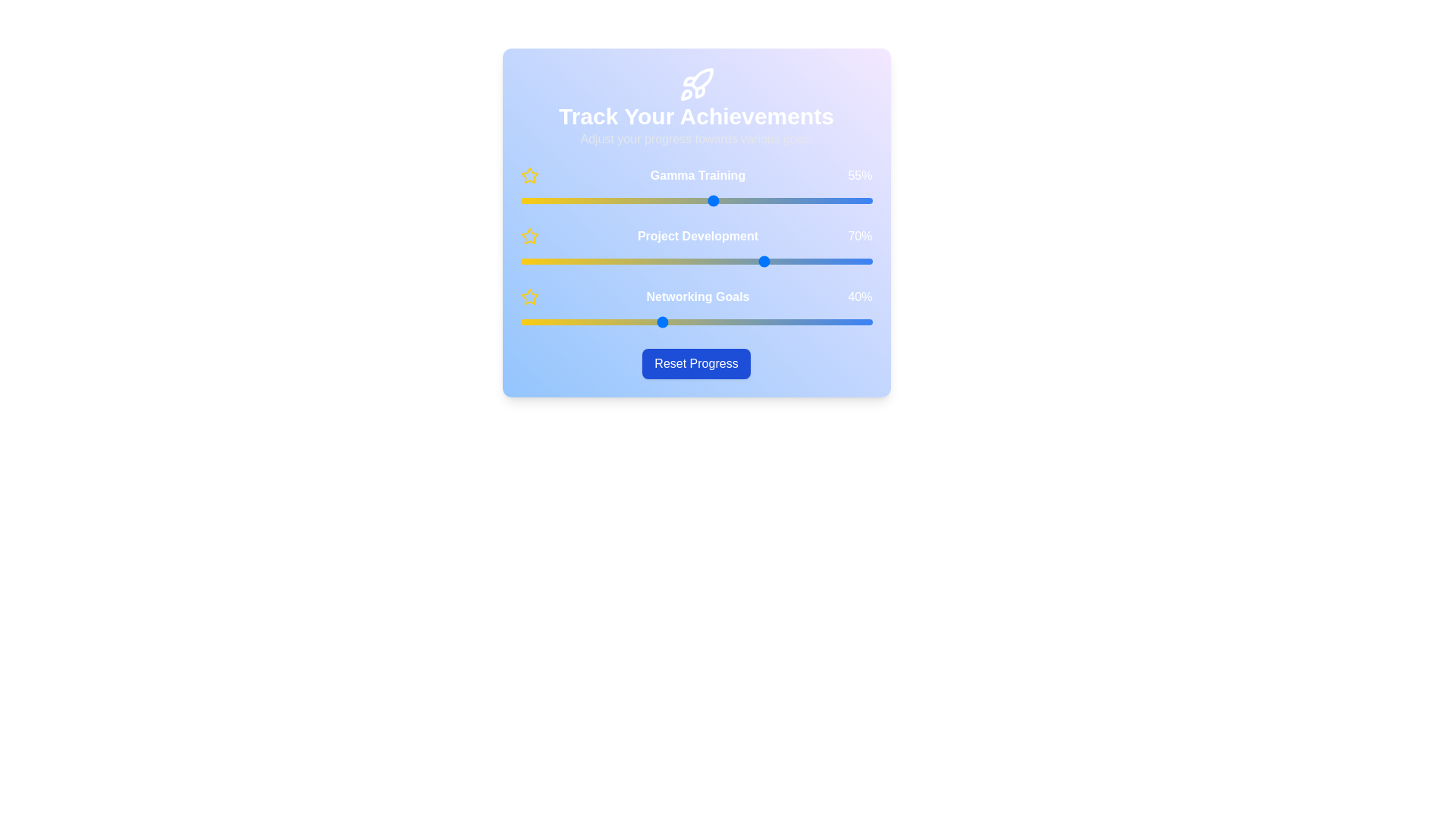 This screenshot has width=1456, height=819. What do you see at coordinates (720, 260) in the screenshot?
I see `the 'Project Development' slider to 57%` at bounding box center [720, 260].